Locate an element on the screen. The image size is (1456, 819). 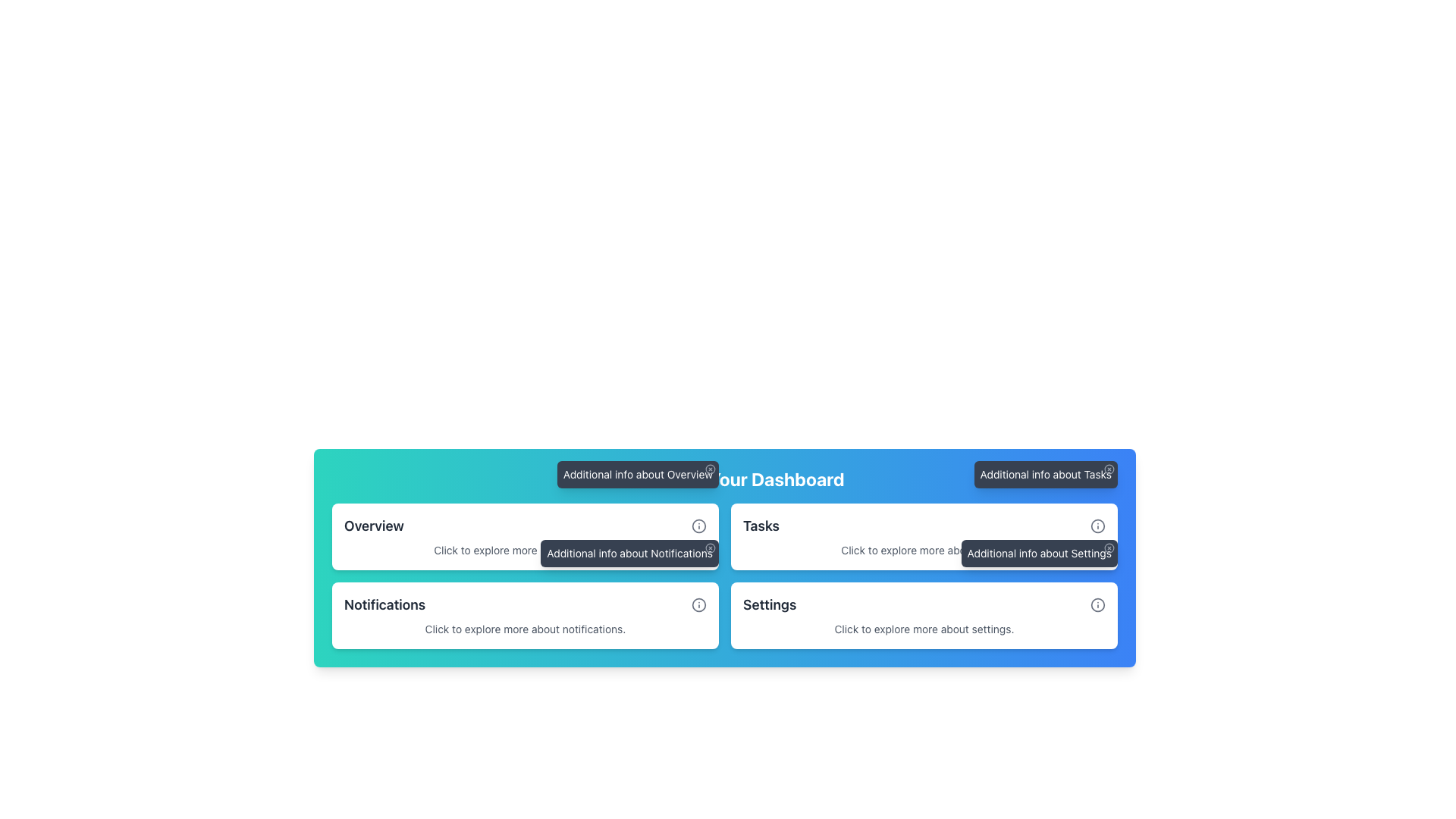
the 'Settings' title on the Informational Card located at the bottom-right corner of the grid layout, which is the fourth card in the sequence is located at coordinates (924, 616).